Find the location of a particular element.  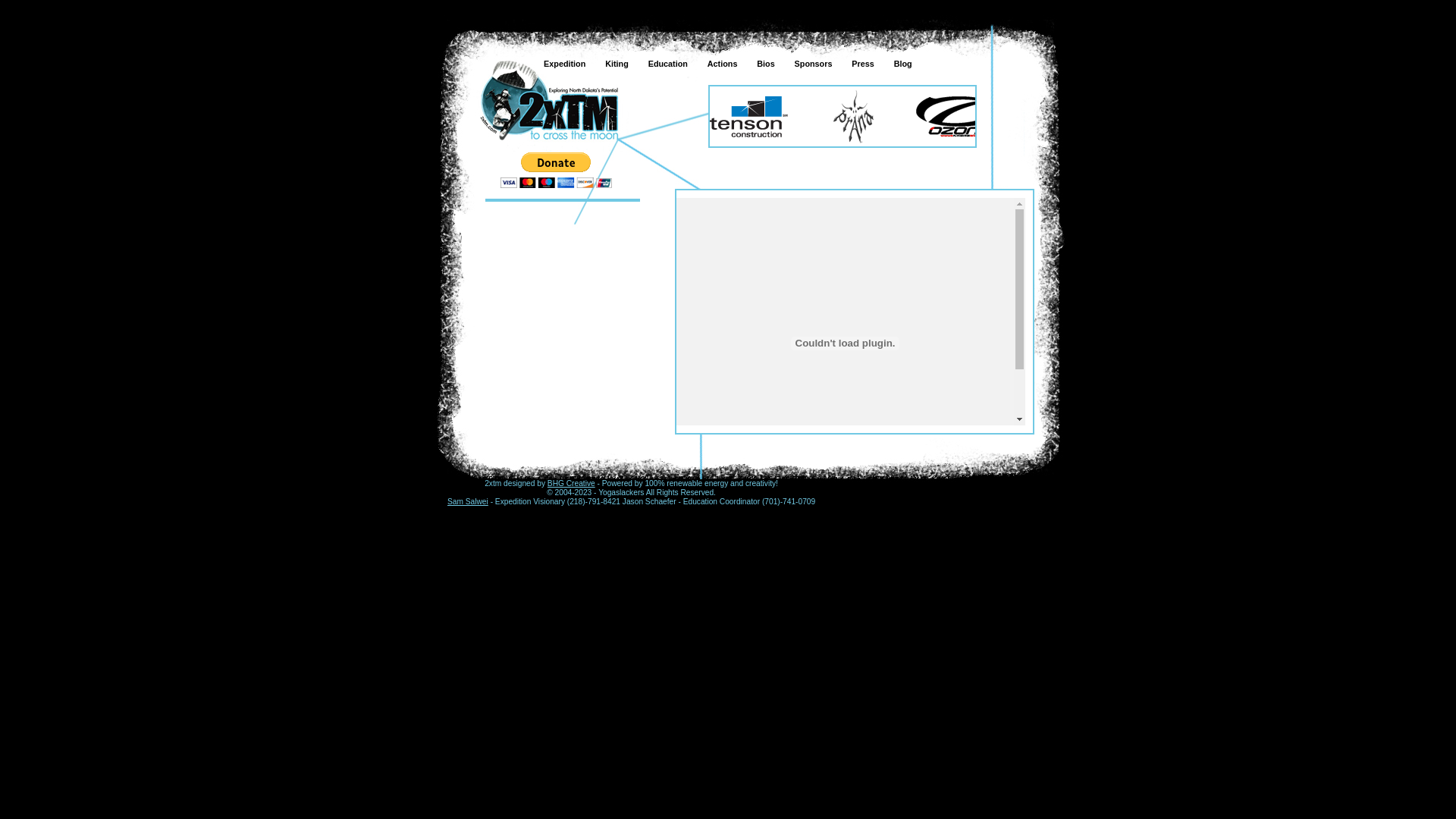

'Expedition' is located at coordinates (548, 100).